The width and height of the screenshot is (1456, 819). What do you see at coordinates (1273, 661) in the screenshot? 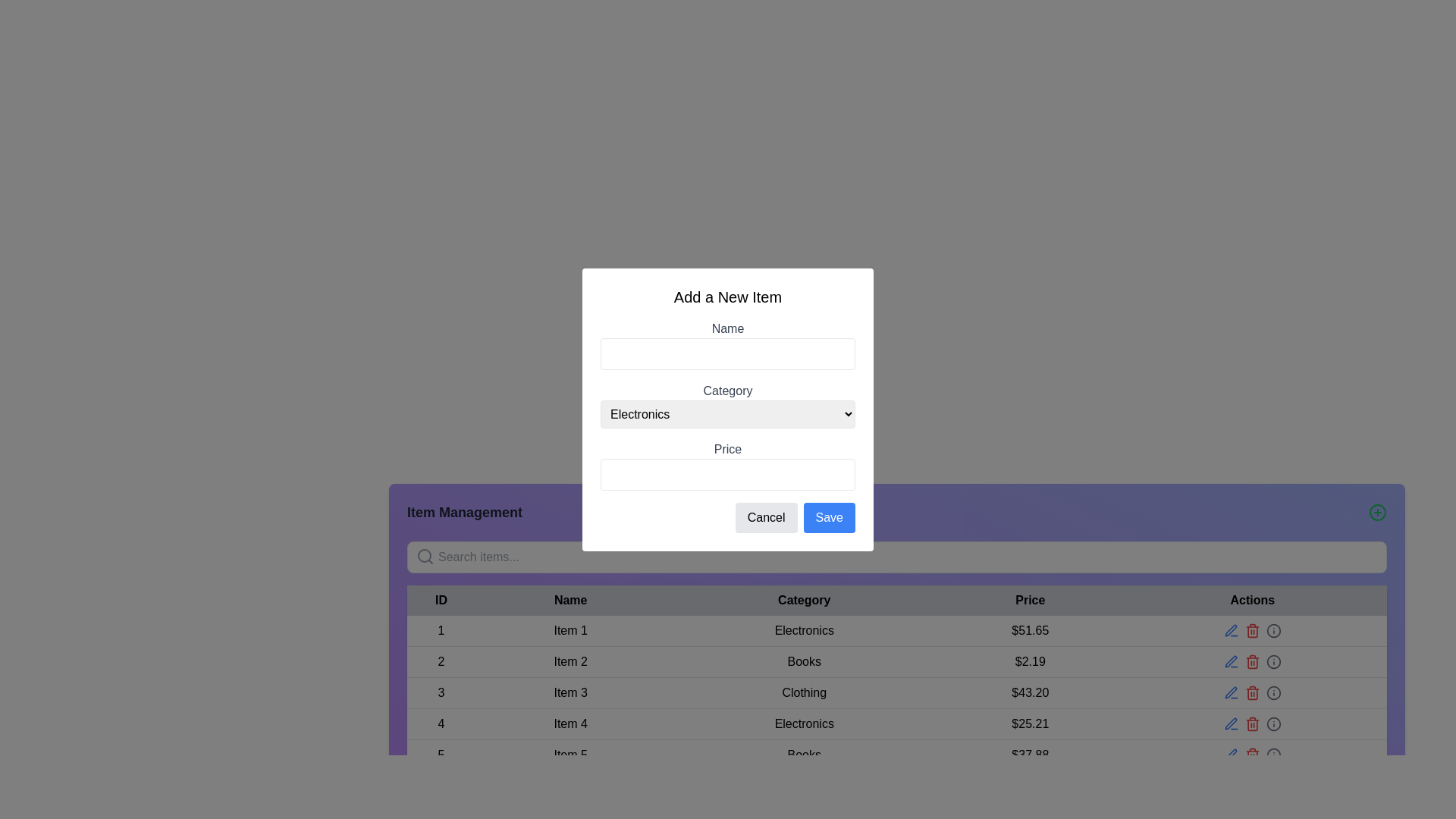
I see `the Icon button styled as an interactive information symbol located in the 'Actions' column of the table row for 'Item 2', which is the fourth icon in that row` at bounding box center [1273, 661].